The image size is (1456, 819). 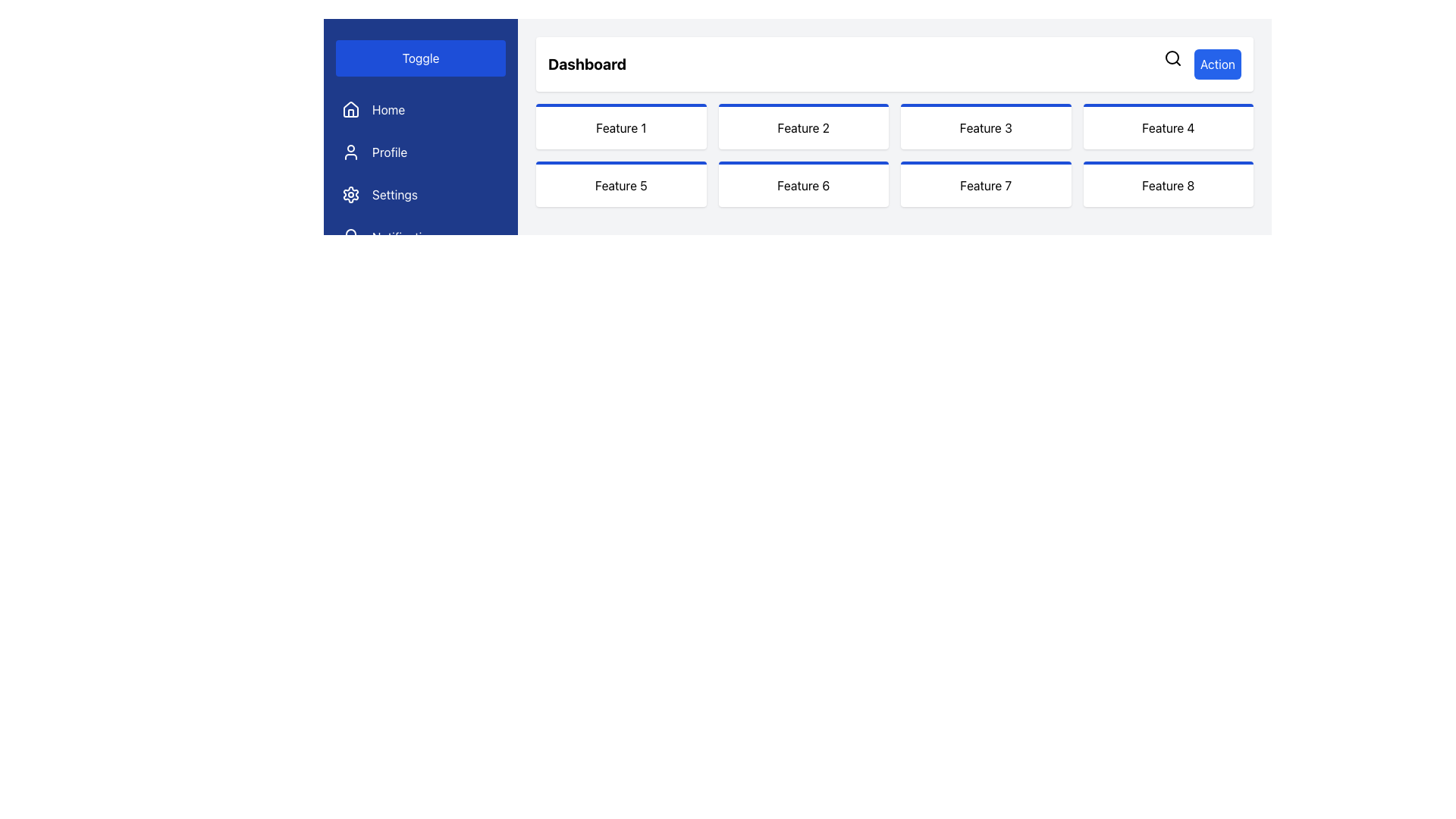 What do you see at coordinates (350, 152) in the screenshot?
I see `the profile icon located on the left sidebar, which is positioned beneath the 'Home' section and above the 'Settings' section` at bounding box center [350, 152].